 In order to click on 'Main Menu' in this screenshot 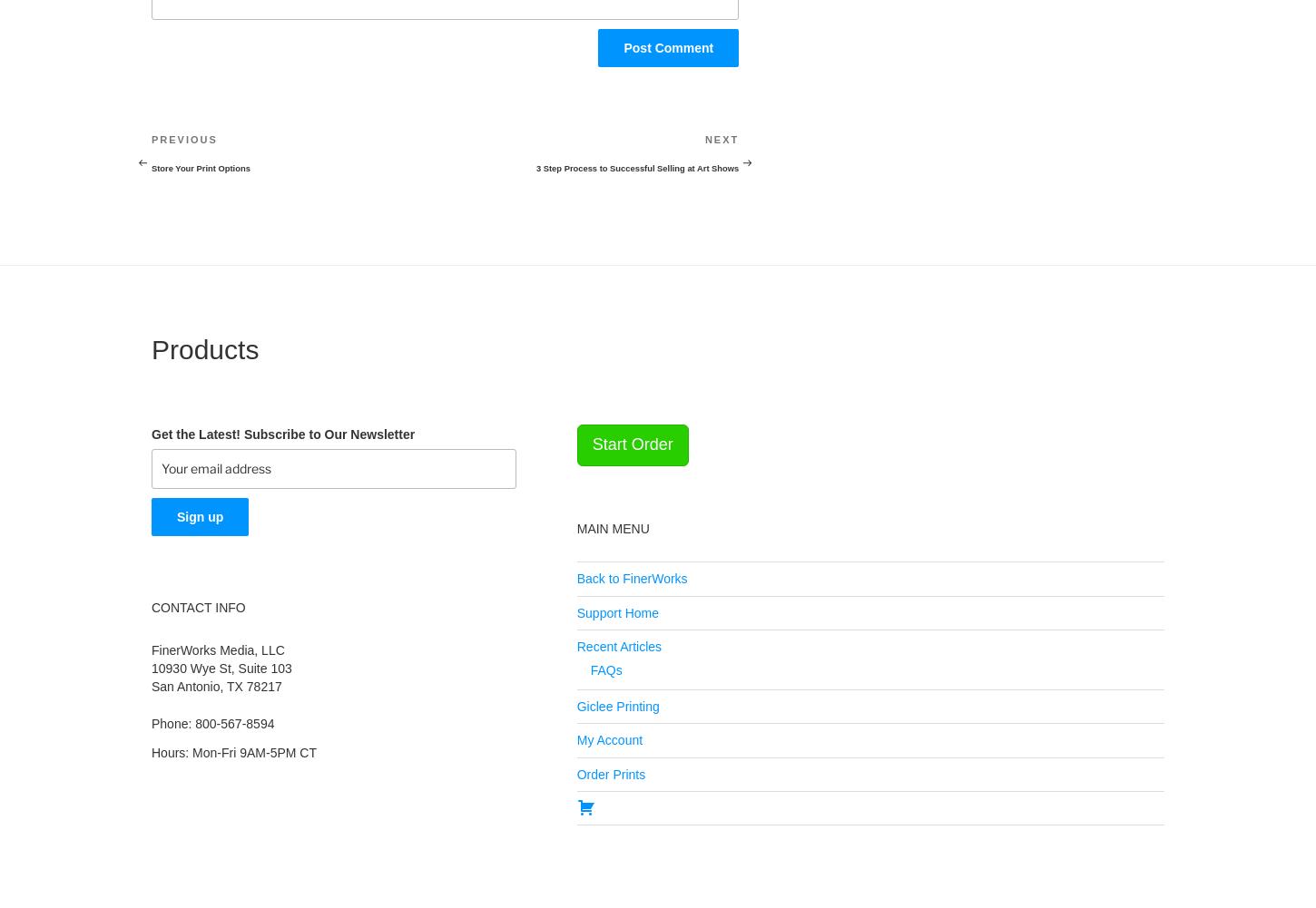, I will do `click(611, 527)`.